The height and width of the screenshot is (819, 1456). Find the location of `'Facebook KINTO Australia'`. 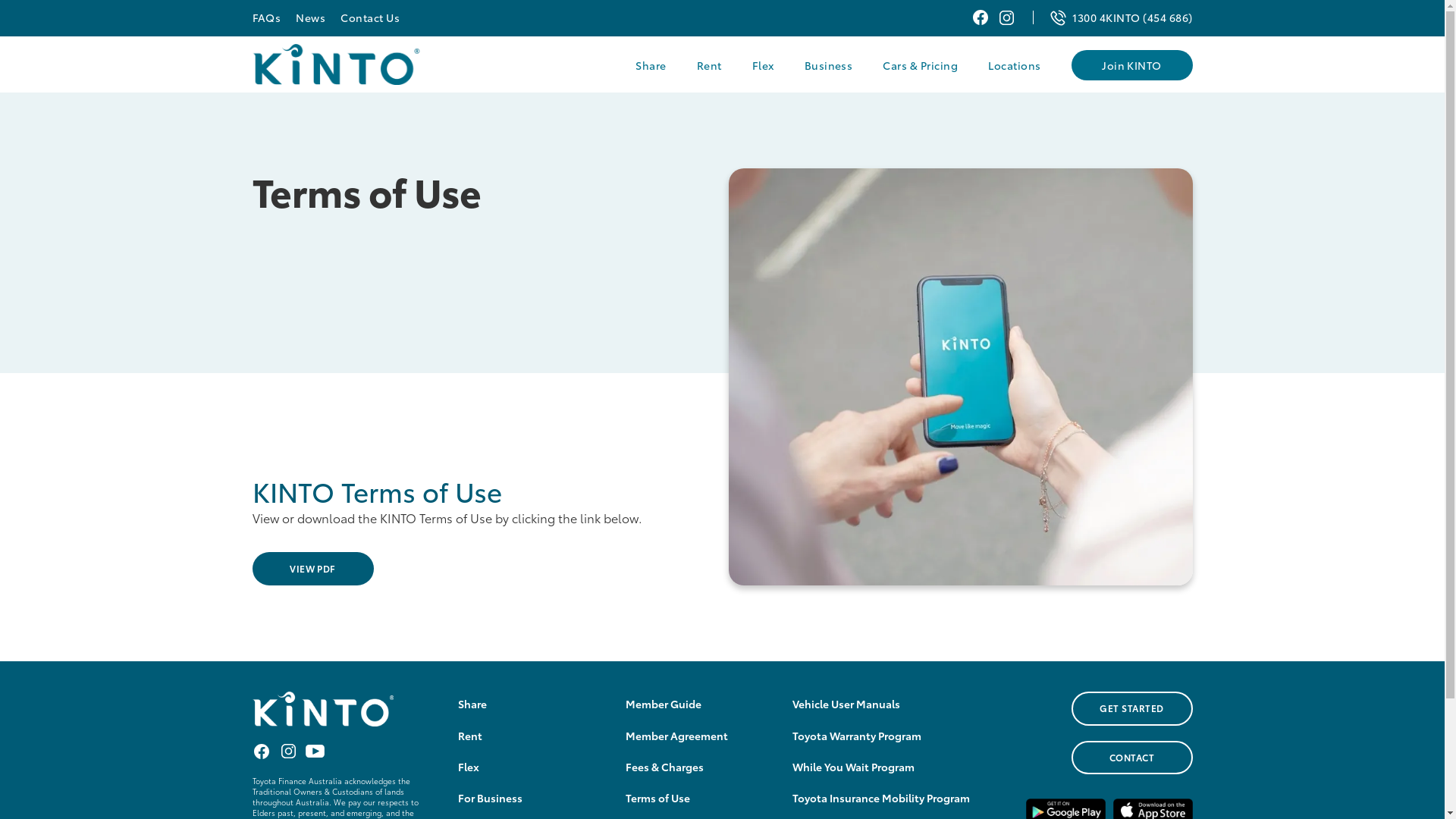

'Facebook KINTO Australia' is located at coordinates (261, 751).